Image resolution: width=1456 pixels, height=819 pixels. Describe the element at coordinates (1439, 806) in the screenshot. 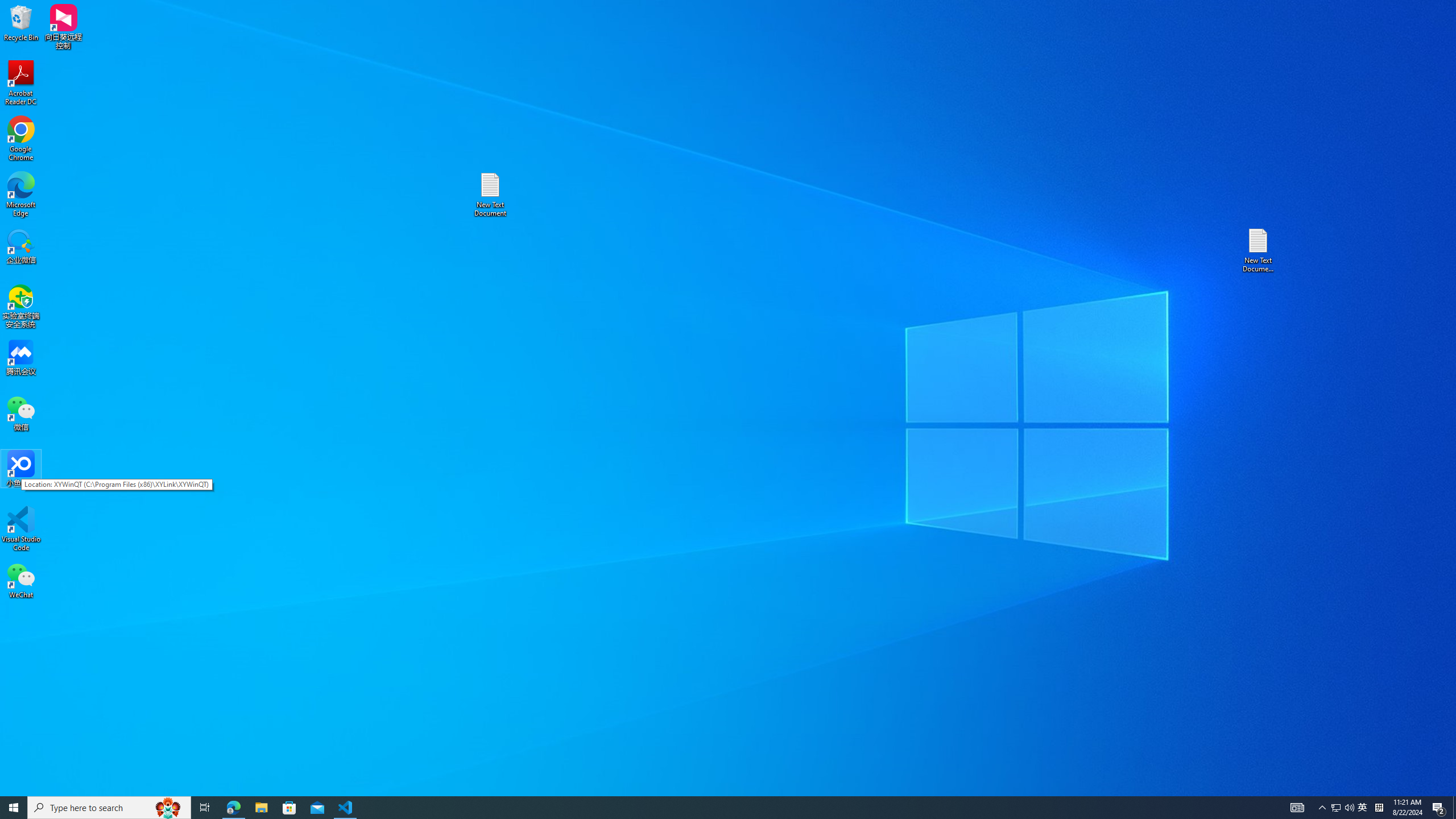

I see `'Action Center, 2 new notifications'` at that location.